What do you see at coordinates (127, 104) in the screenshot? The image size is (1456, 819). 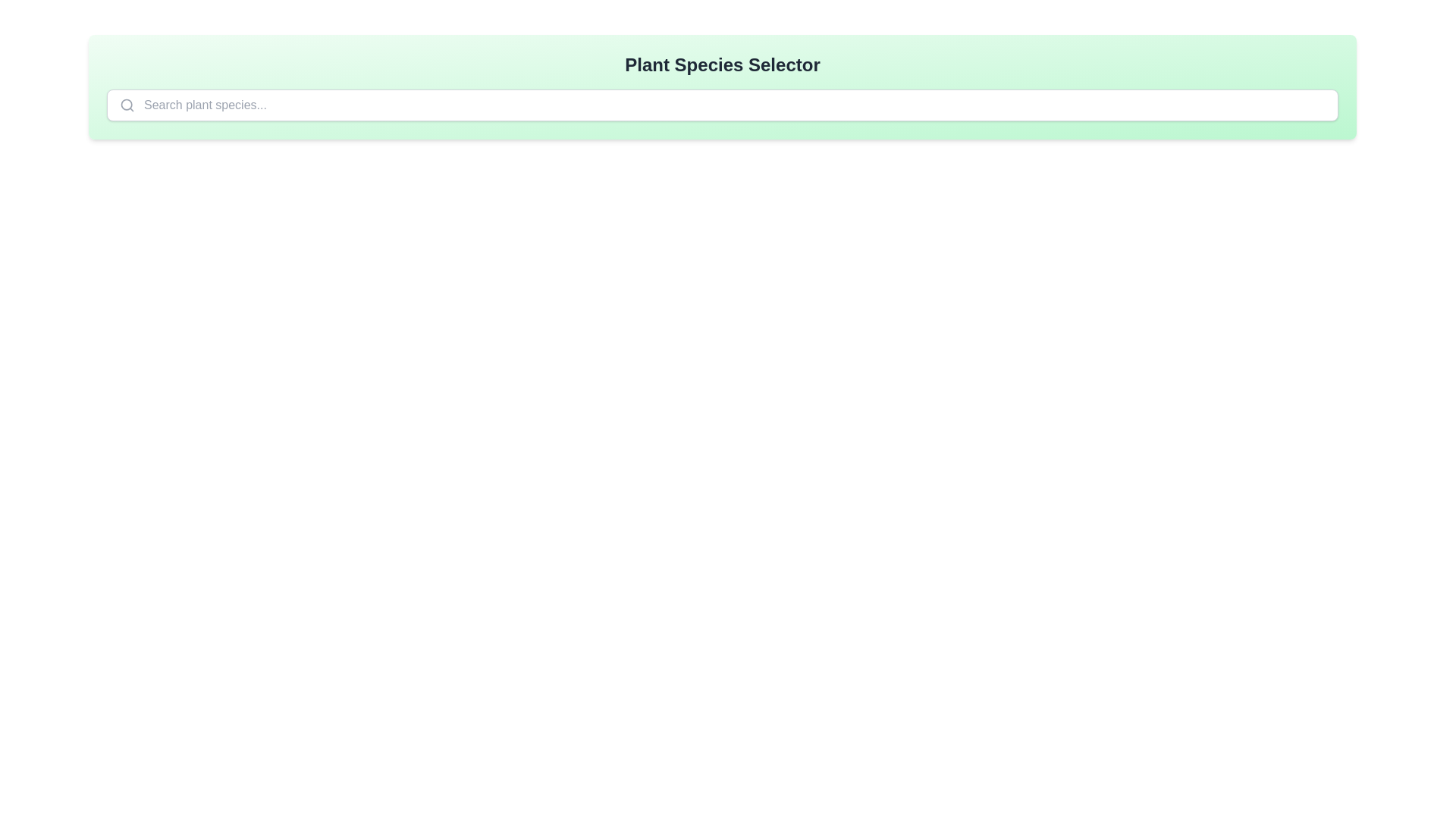 I see `the SVG circle element that is part of the search icon located within the search bar, to the left of the placeholder text 'Search plant species...'` at bounding box center [127, 104].